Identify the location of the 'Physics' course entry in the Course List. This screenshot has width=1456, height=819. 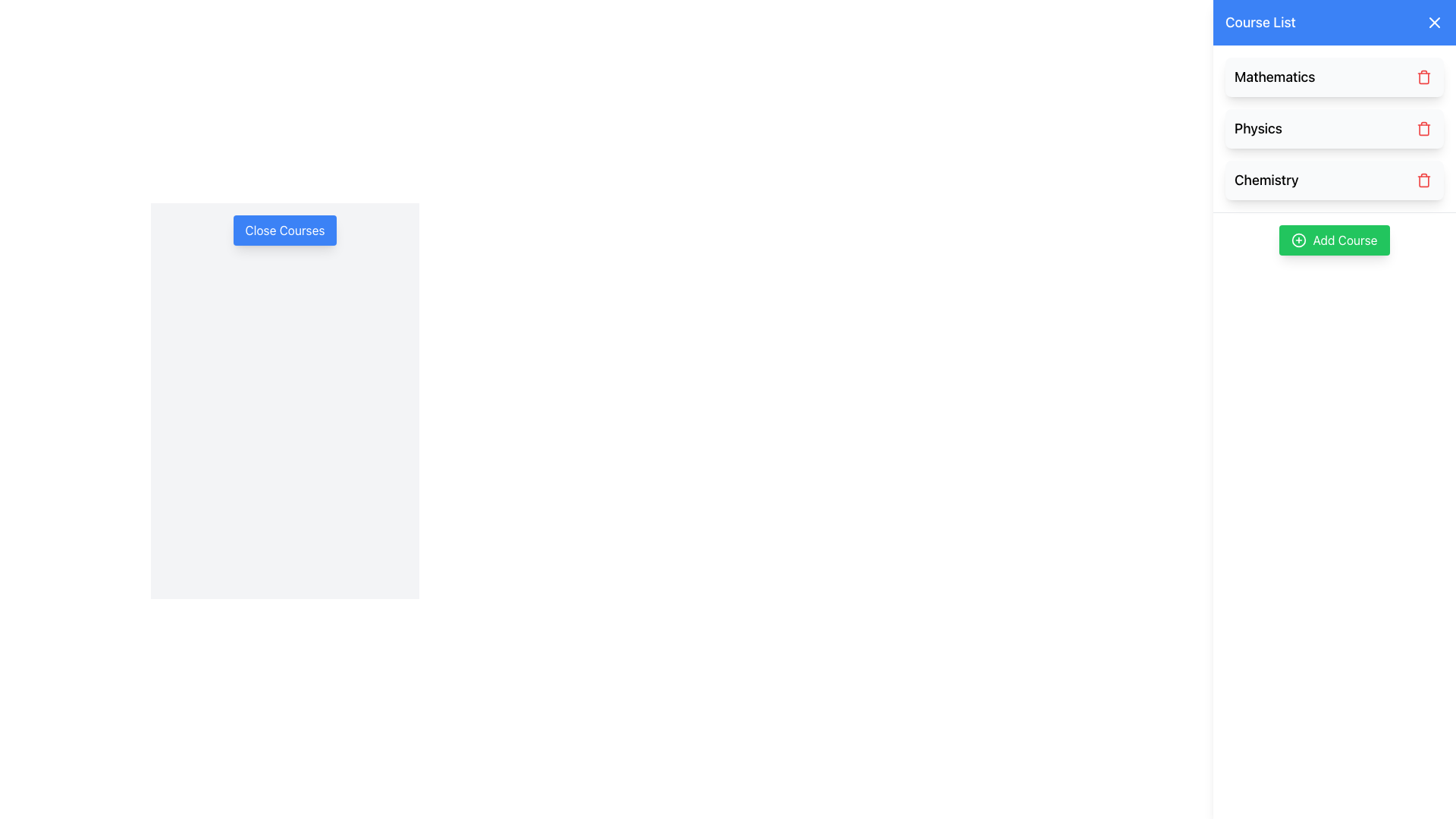
(1335, 127).